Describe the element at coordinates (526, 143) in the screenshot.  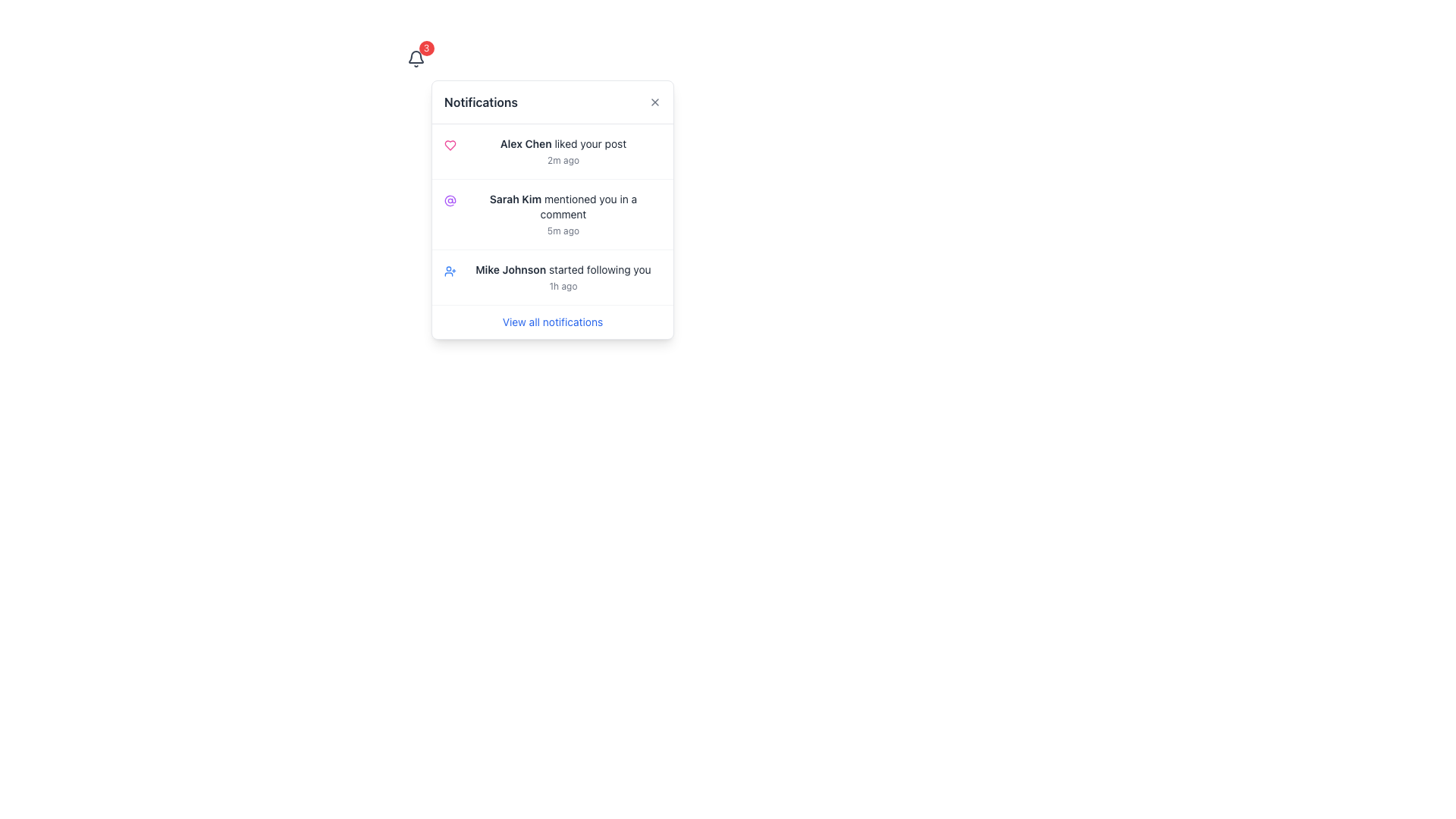
I see `information displayed in the bold text label 'Alex Chen' which is part of a notification entry in the dropdown box` at that location.